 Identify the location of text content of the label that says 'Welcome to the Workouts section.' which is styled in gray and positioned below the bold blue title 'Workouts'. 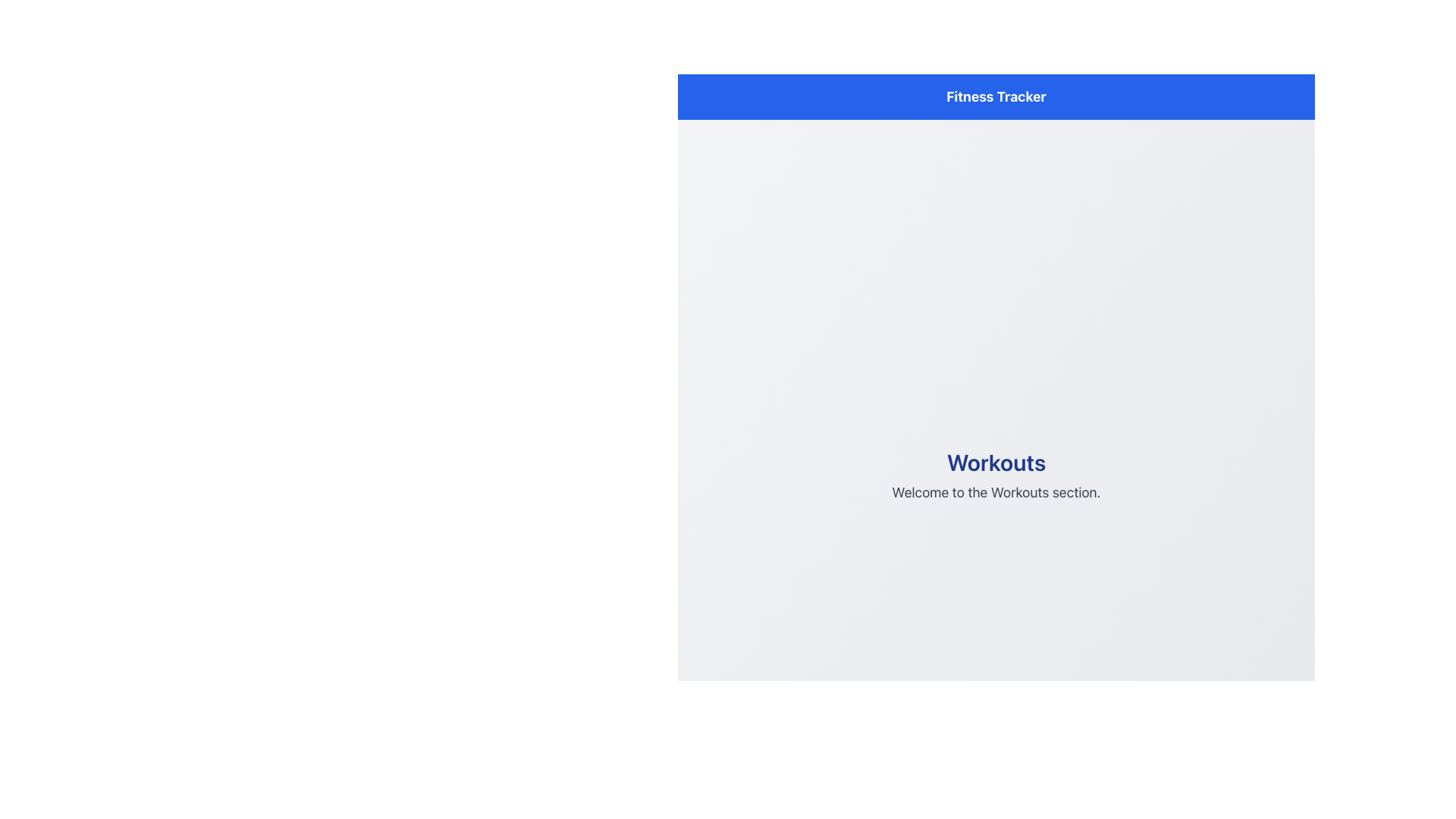
(996, 493).